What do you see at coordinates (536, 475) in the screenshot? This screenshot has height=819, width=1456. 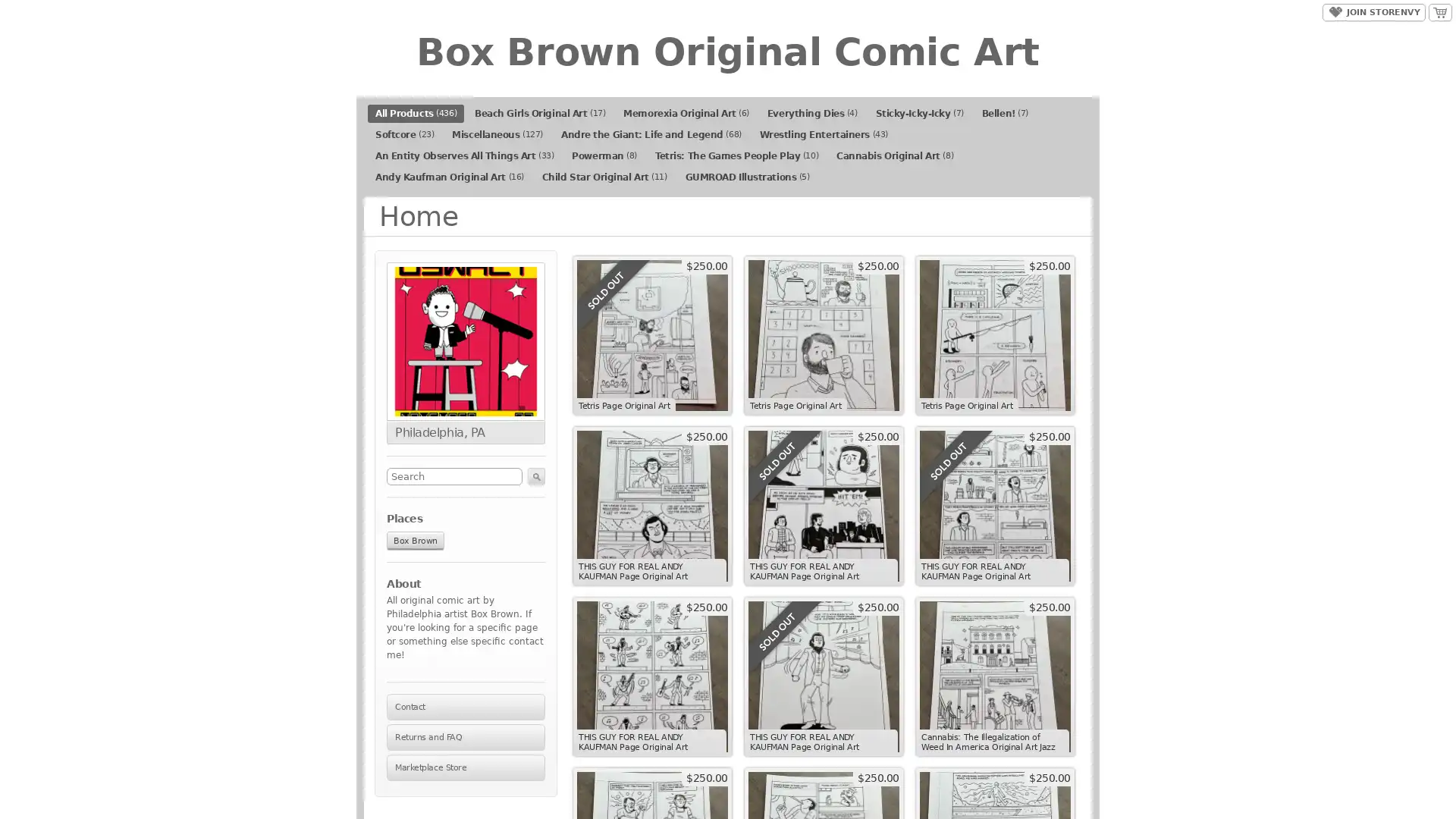 I see `Search` at bounding box center [536, 475].